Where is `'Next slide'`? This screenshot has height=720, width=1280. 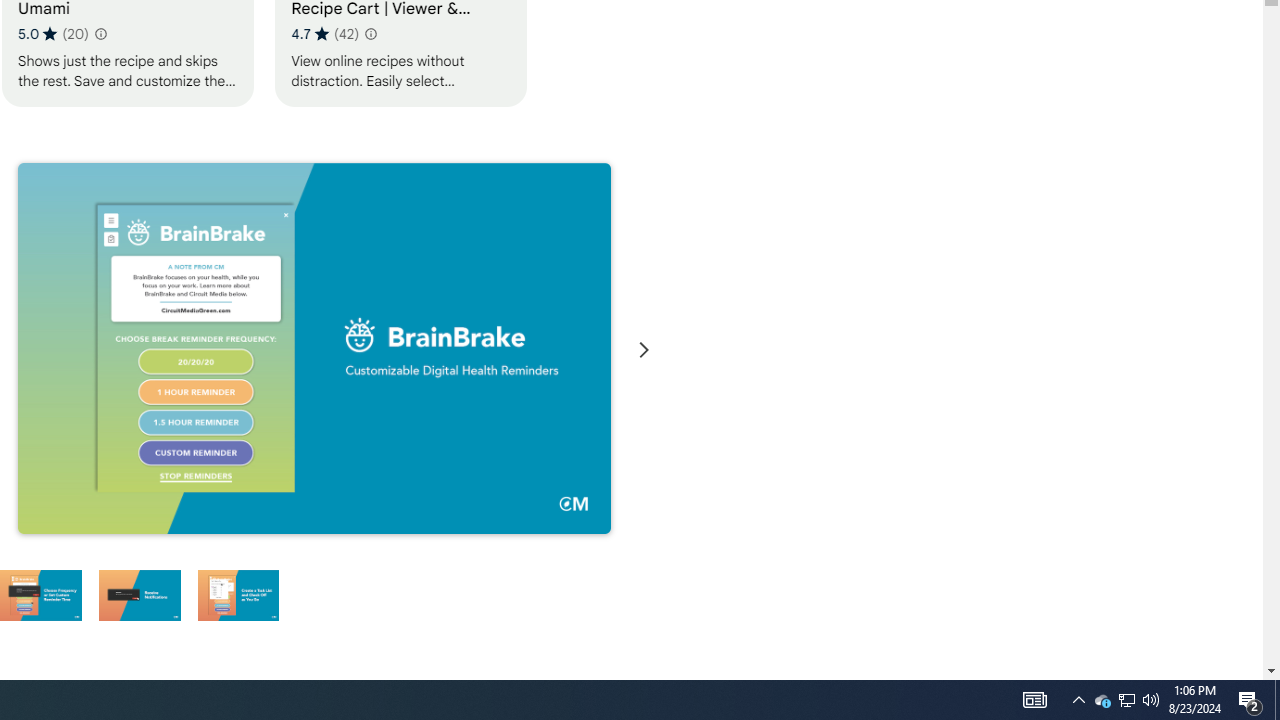 'Next slide' is located at coordinates (643, 349).